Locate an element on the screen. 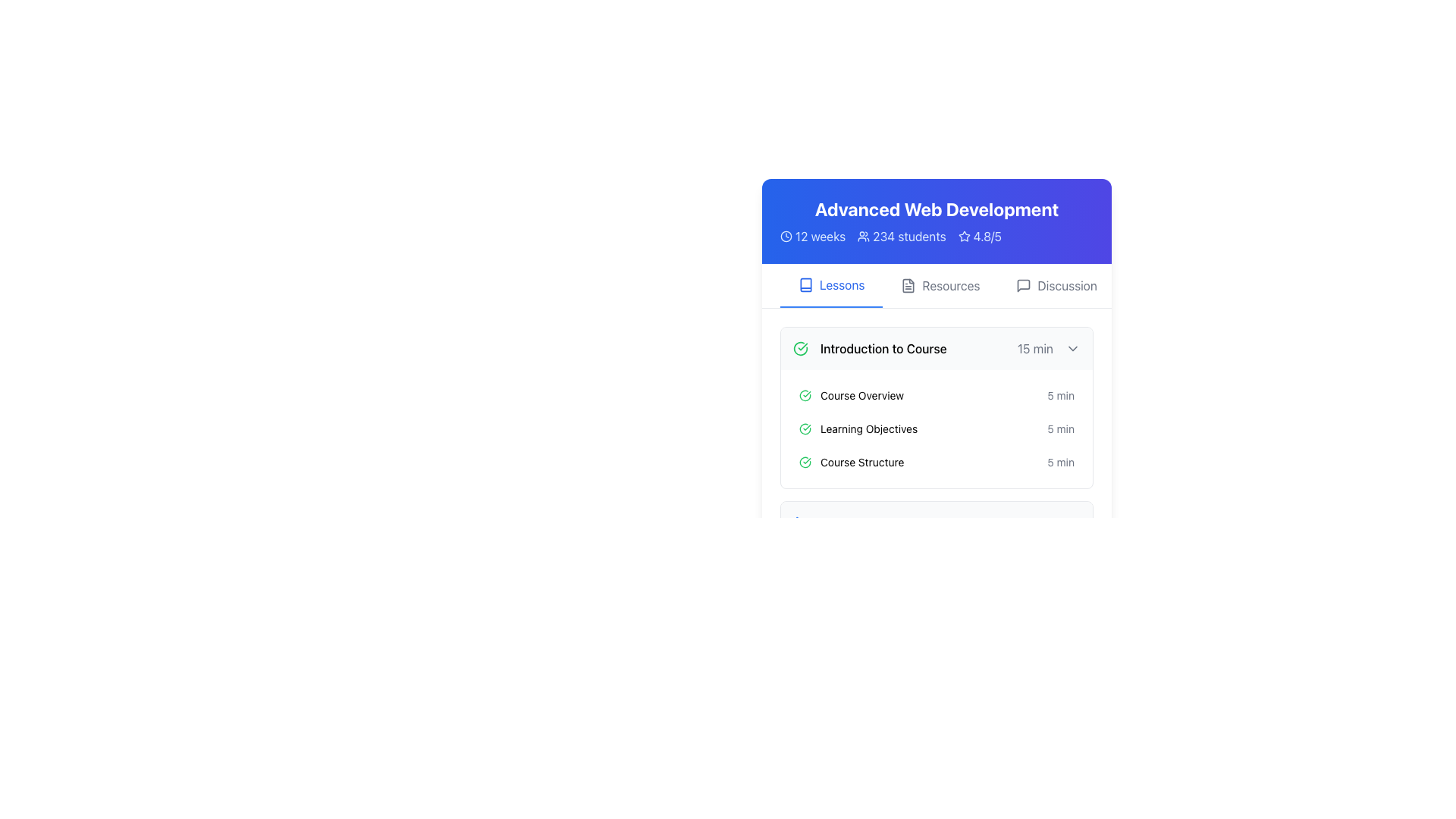 This screenshot has height=819, width=1456. the 'Course Structure' text, which is the third item in the 'Introduction to Course' section is located at coordinates (852, 461).